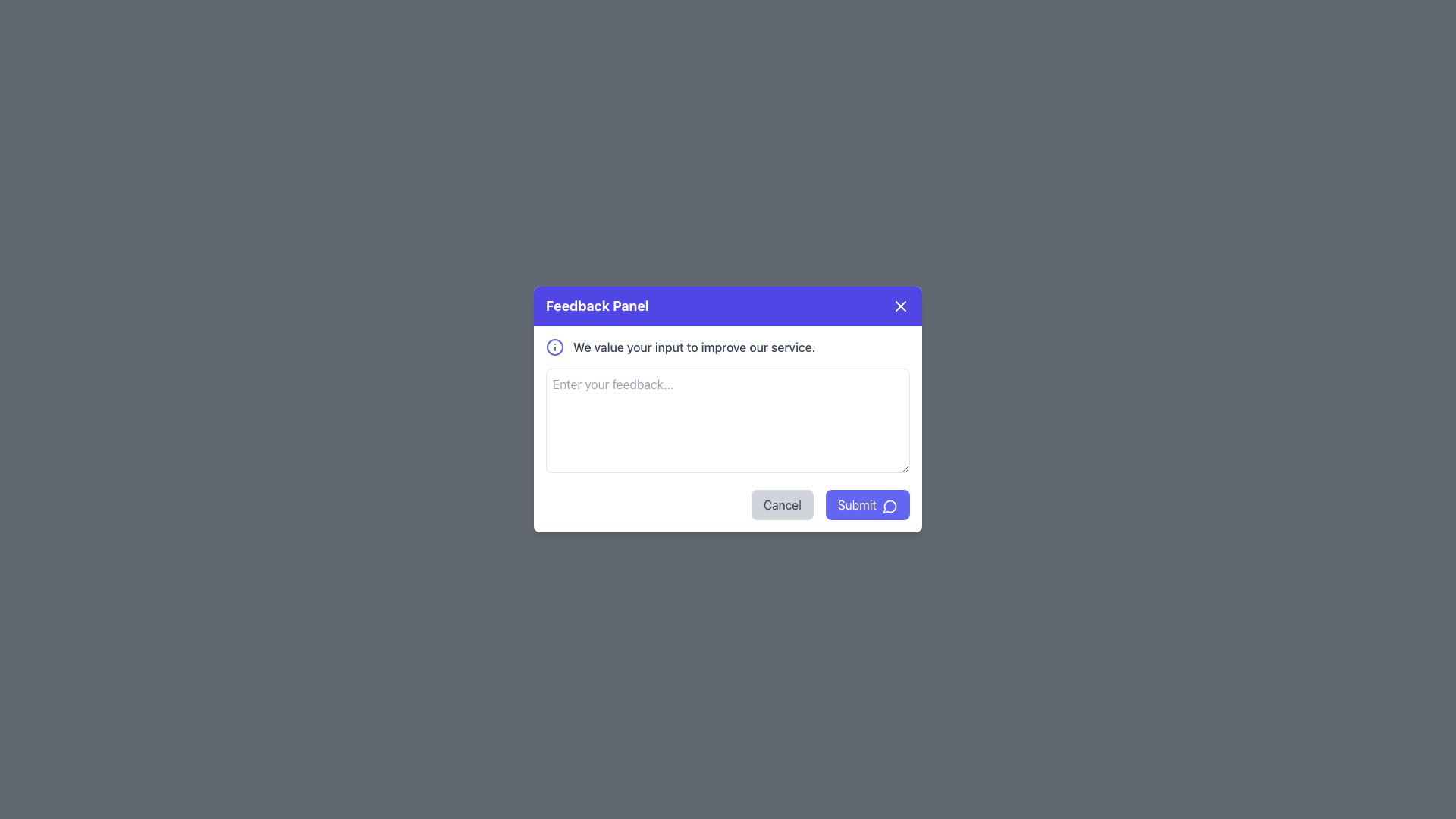  Describe the element at coordinates (728, 347) in the screenshot. I see `the informational text label 'We value your input to improve our service.' which is accompanied by a blue icon with a circular border containing an 'i'. This label is located at the top of the feedback panel, directly below the title 'Feedback Panel'` at that location.